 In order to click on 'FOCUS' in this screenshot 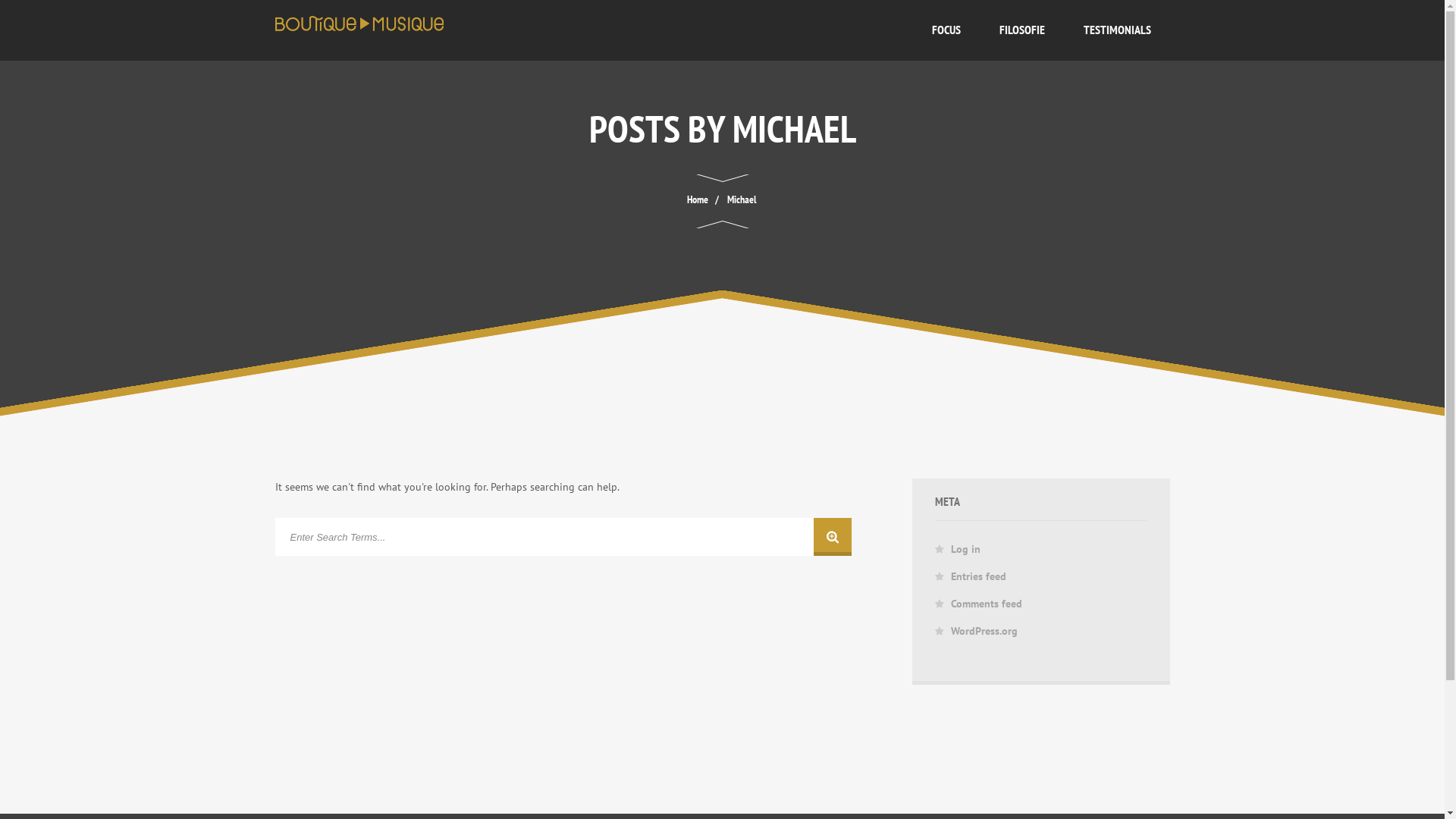, I will do `click(946, 30)`.